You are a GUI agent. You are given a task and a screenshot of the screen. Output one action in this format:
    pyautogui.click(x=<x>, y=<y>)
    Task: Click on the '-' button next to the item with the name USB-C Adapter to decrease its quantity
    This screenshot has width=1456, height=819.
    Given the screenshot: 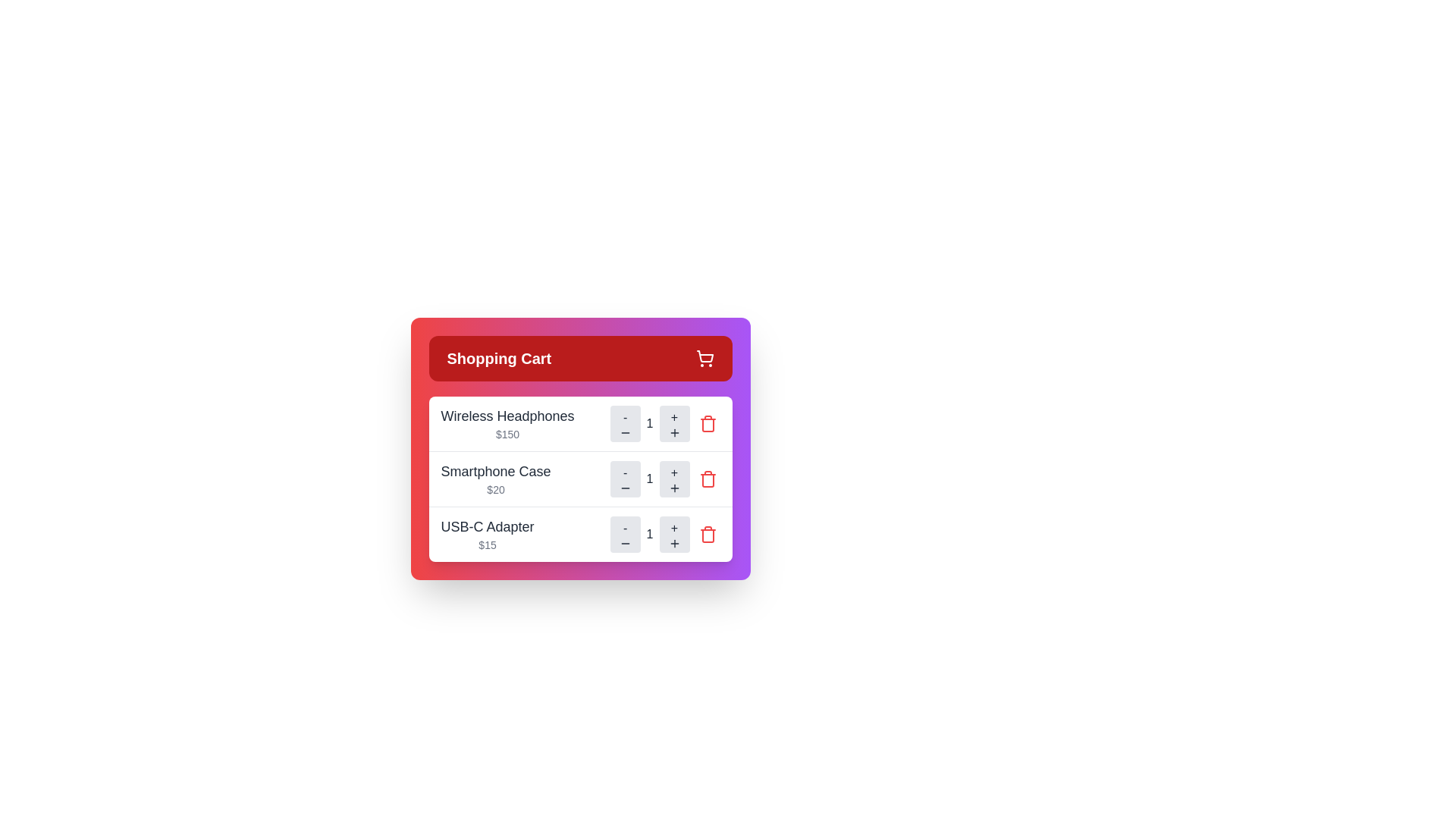 What is the action you would take?
    pyautogui.click(x=625, y=534)
    